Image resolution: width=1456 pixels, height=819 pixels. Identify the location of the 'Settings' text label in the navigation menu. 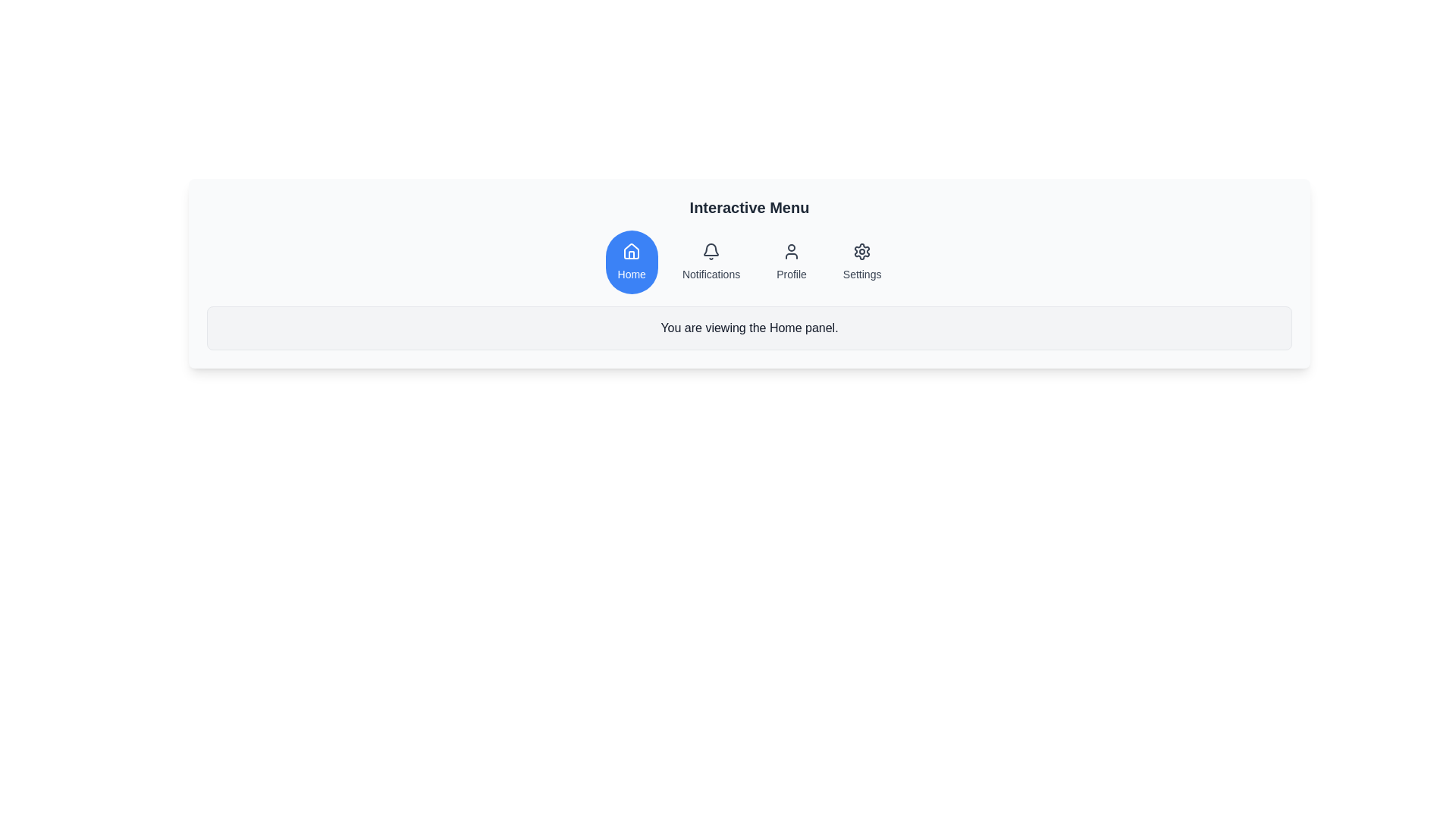
(862, 275).